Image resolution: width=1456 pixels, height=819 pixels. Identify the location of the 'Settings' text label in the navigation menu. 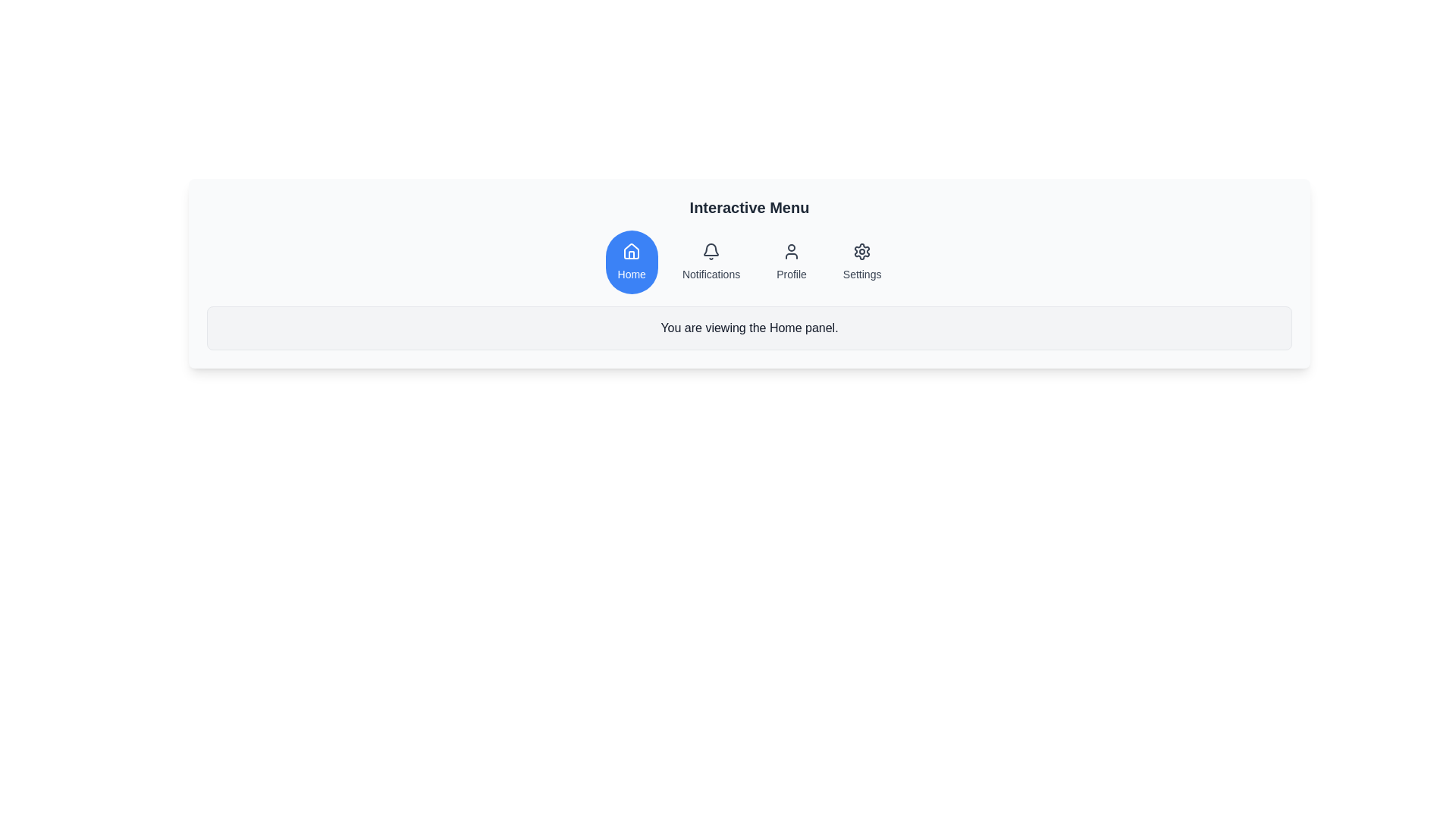
(862, 275).